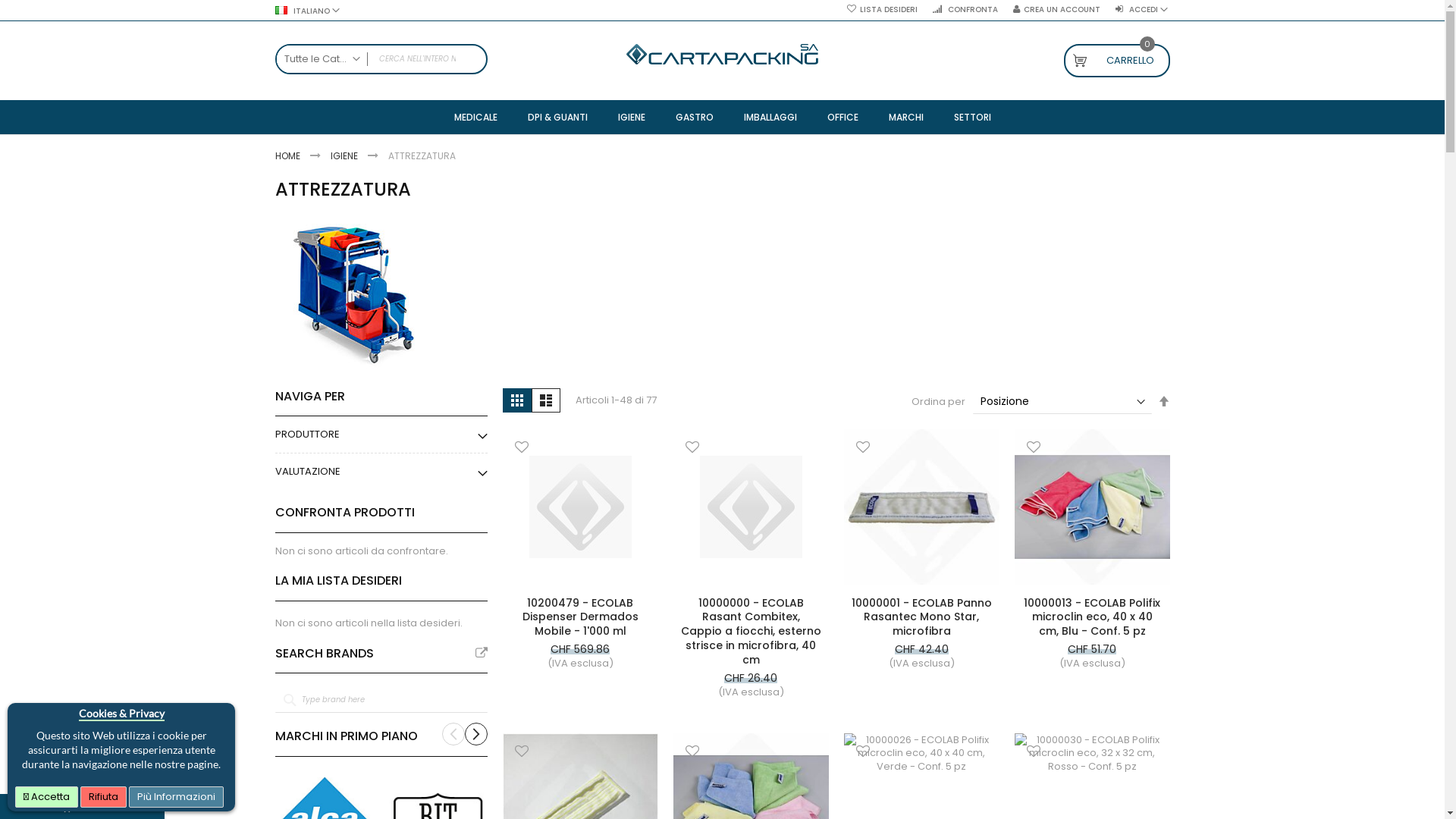 The width and height of the screenshot is (1456, 819). I want to click on 'Attrezzatura', so click(351, 295).